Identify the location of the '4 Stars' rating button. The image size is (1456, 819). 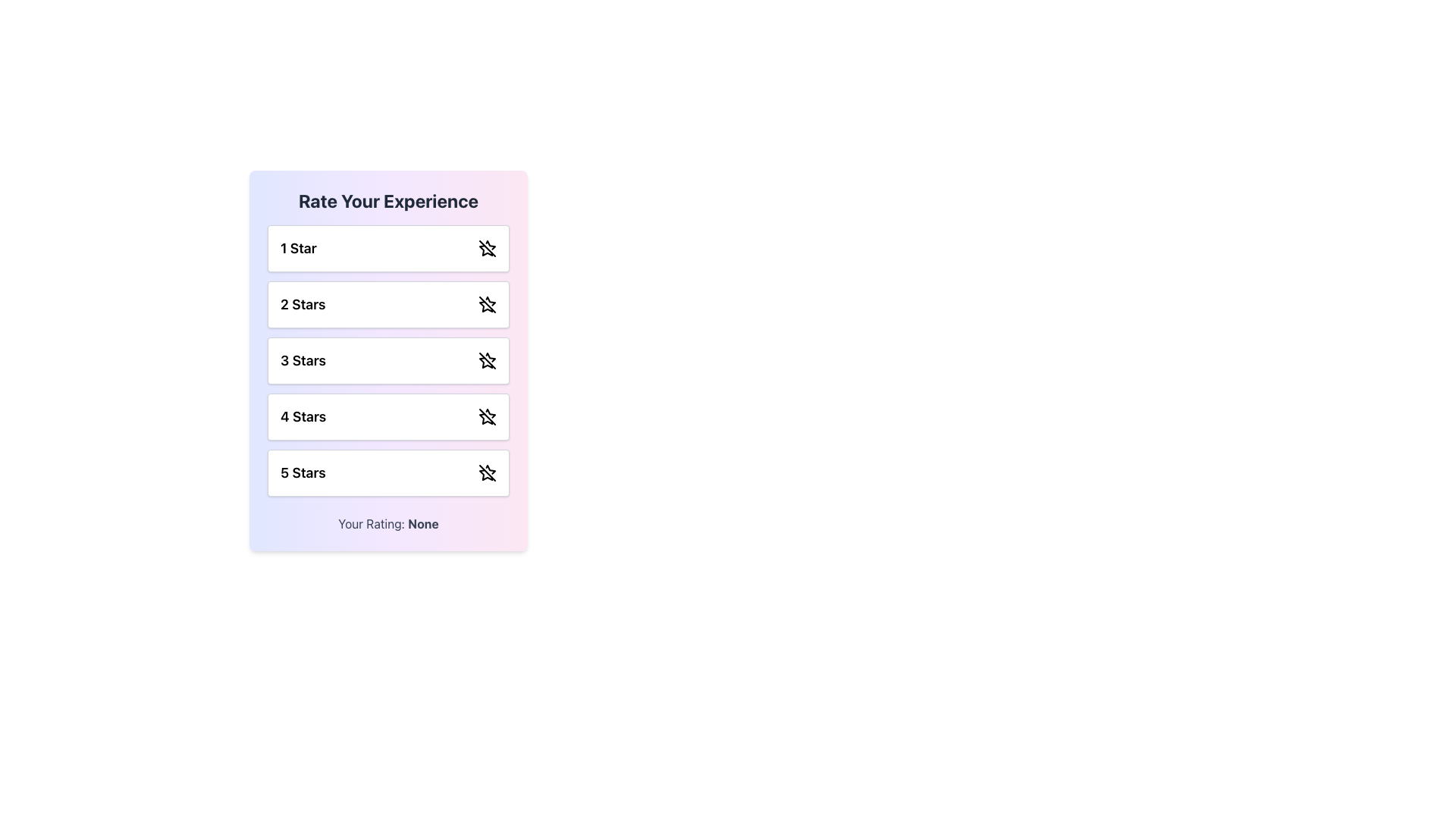
(388, 417).